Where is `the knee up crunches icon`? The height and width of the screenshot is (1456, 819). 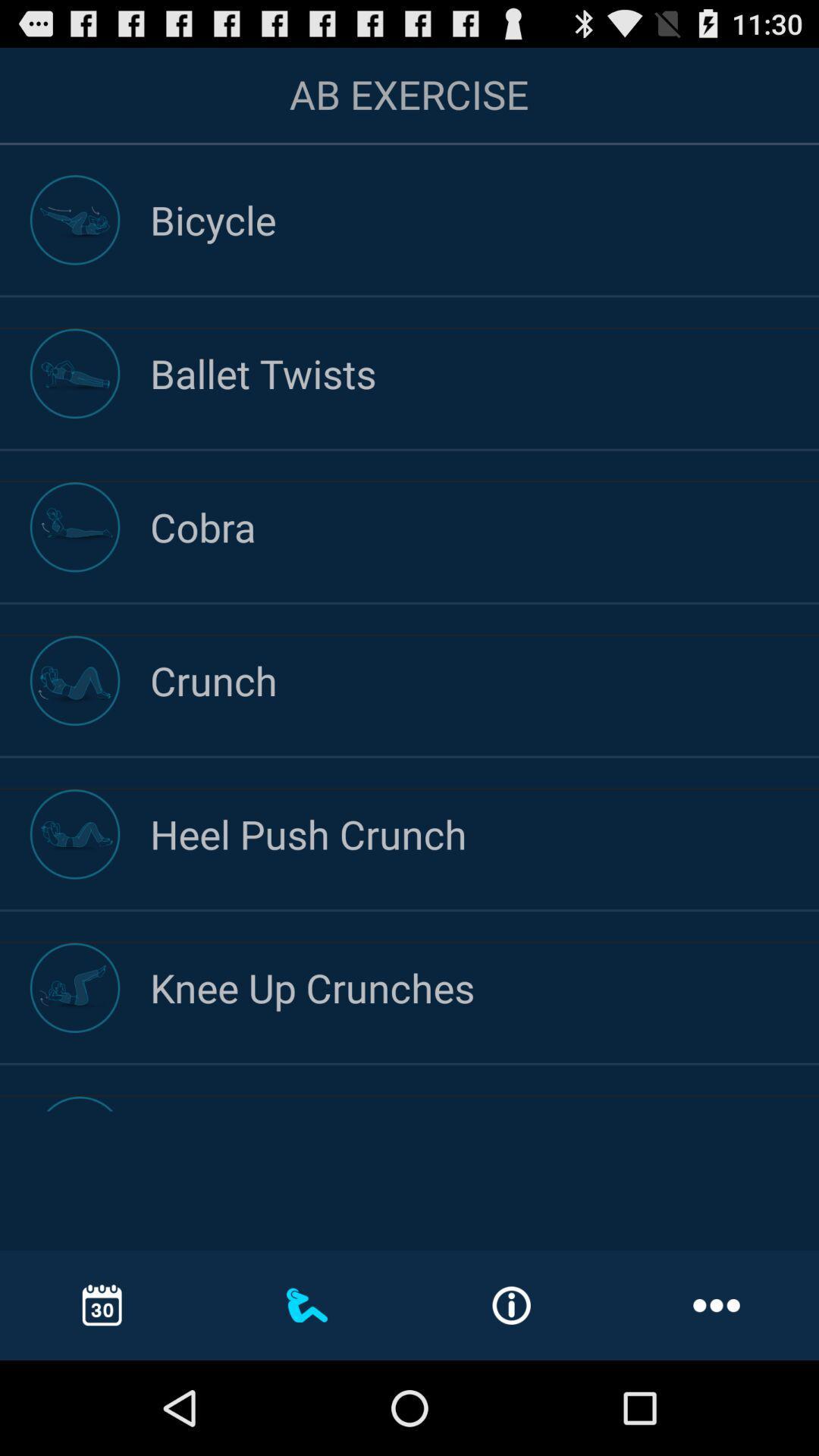
the knee up crunches icon is located at coordinates (485, 987).